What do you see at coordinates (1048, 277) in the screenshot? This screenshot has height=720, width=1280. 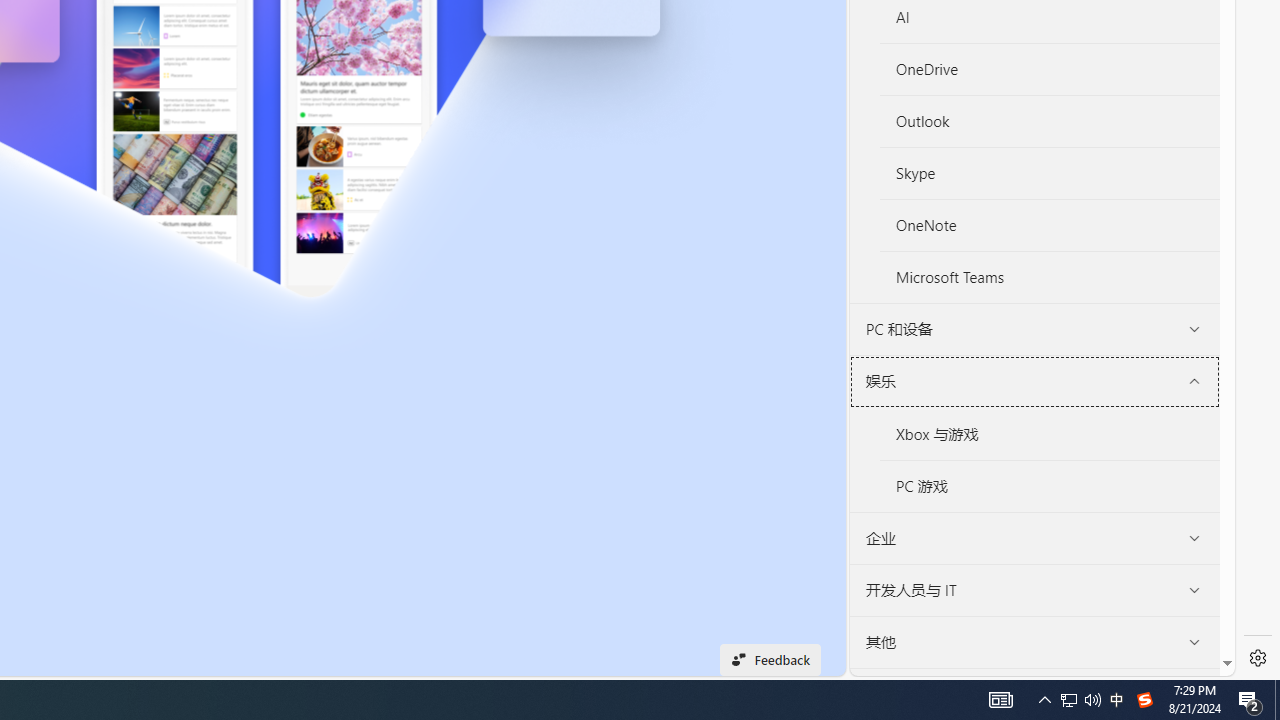 I see `'Microsoft Teams'` at bounding box center [1048, 277].